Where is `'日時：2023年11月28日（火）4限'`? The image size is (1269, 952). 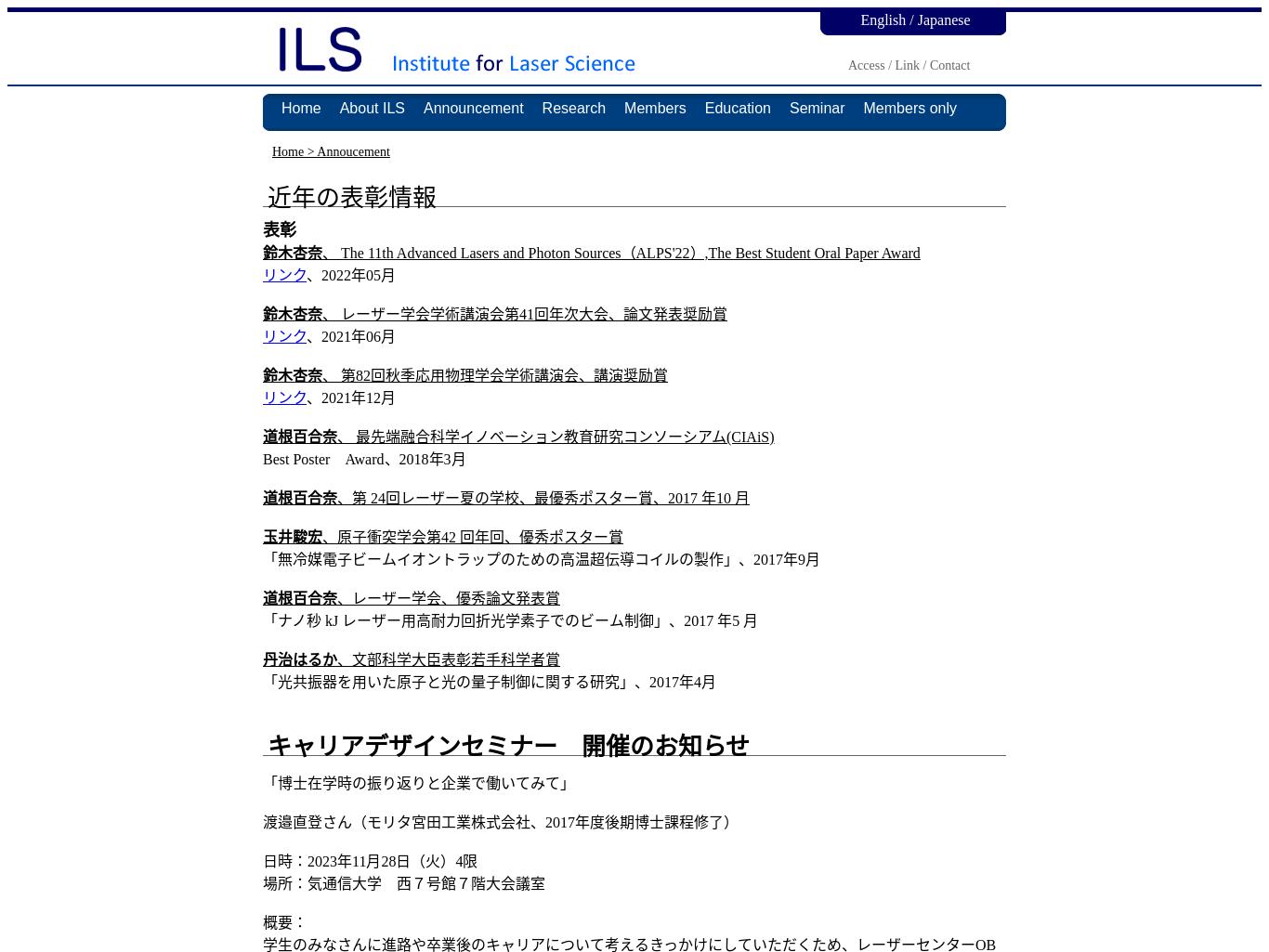
'日時：2023年11月28日（火）4限' is located at coordinates (369, 860).